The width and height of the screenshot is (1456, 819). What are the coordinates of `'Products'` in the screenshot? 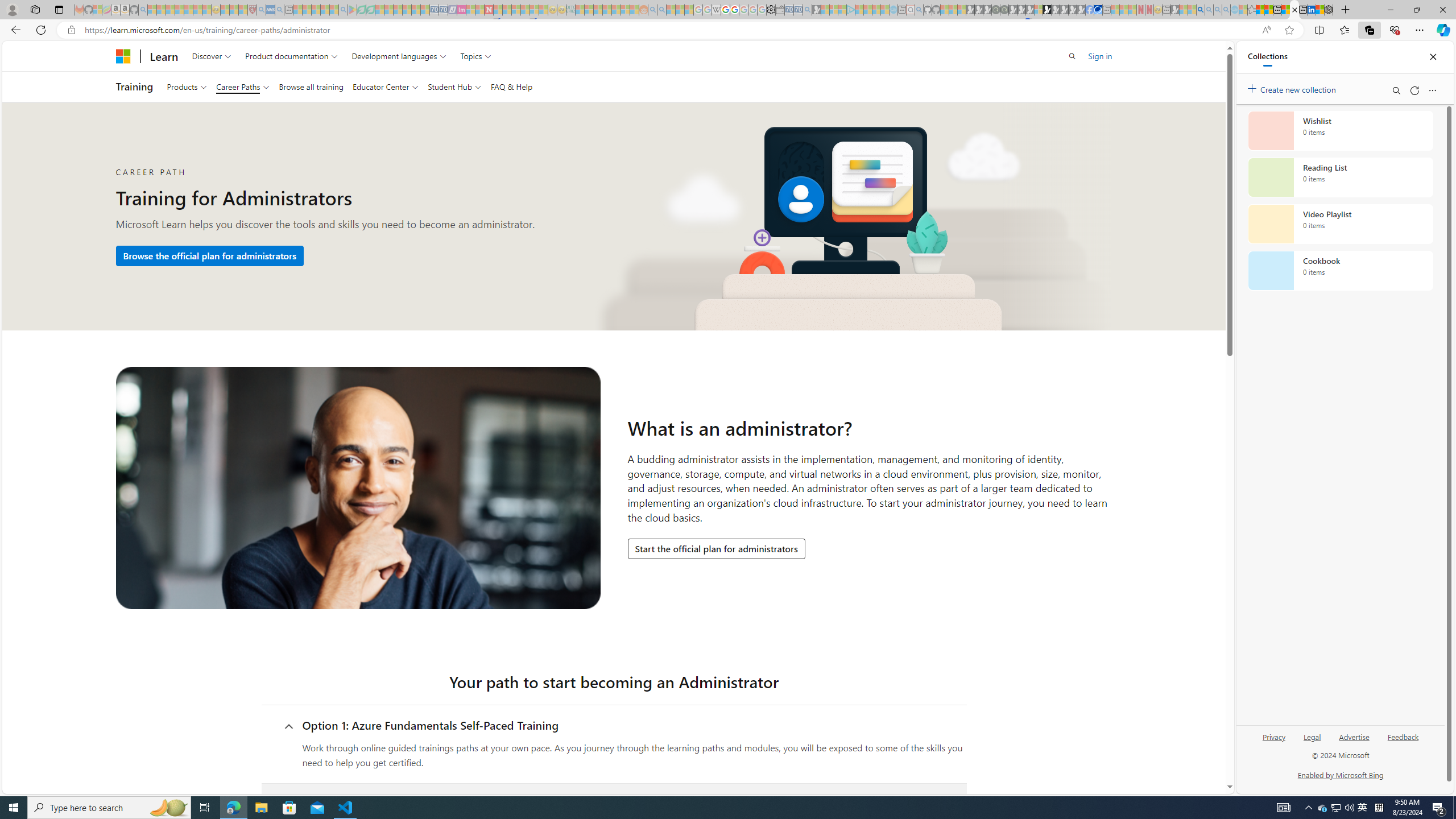 It's located at (186, 86).